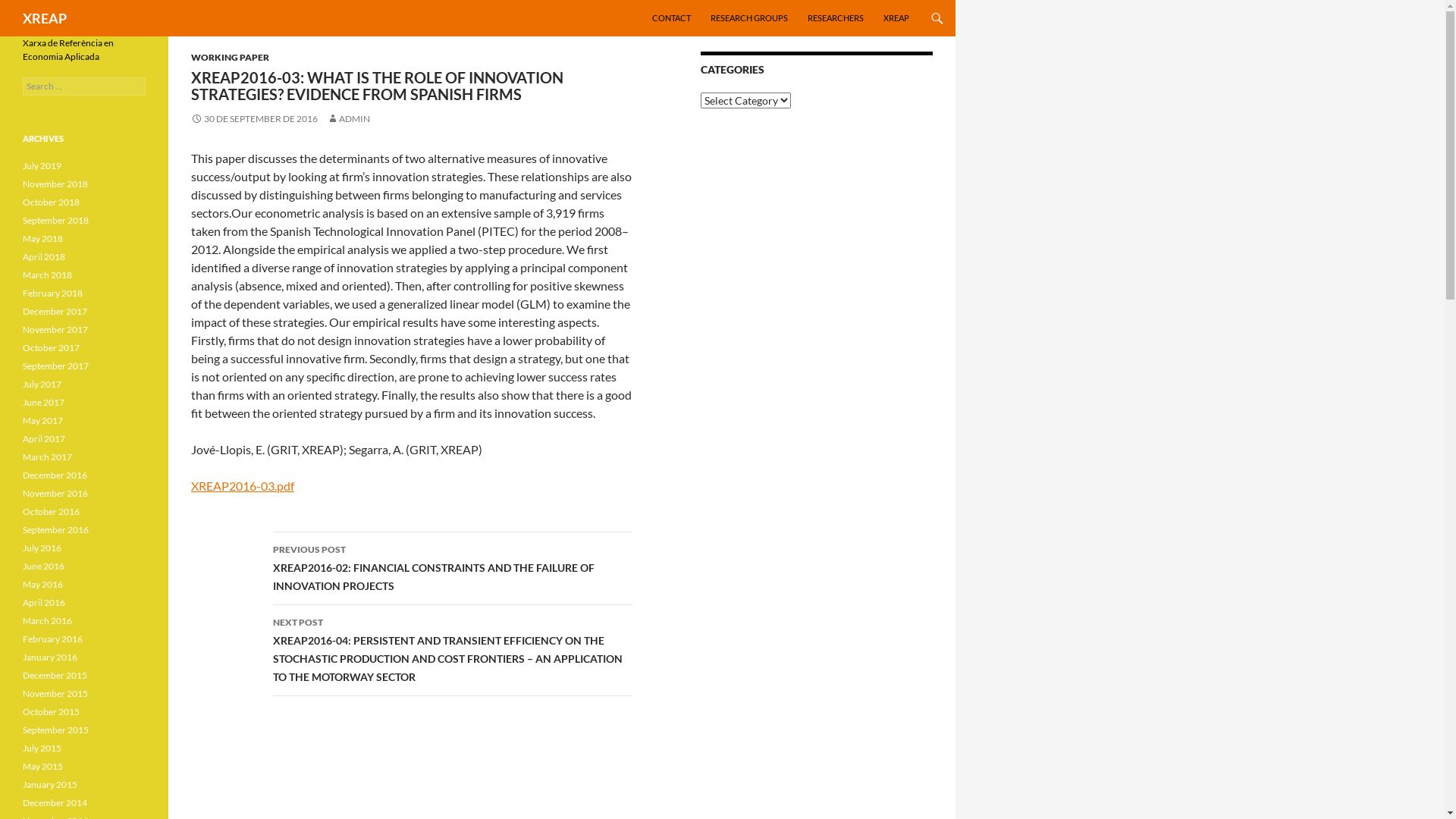 Image resolution: width=1456 pixels, height=819 pixels. I want to click on 'April 2016', so click(22, 601).